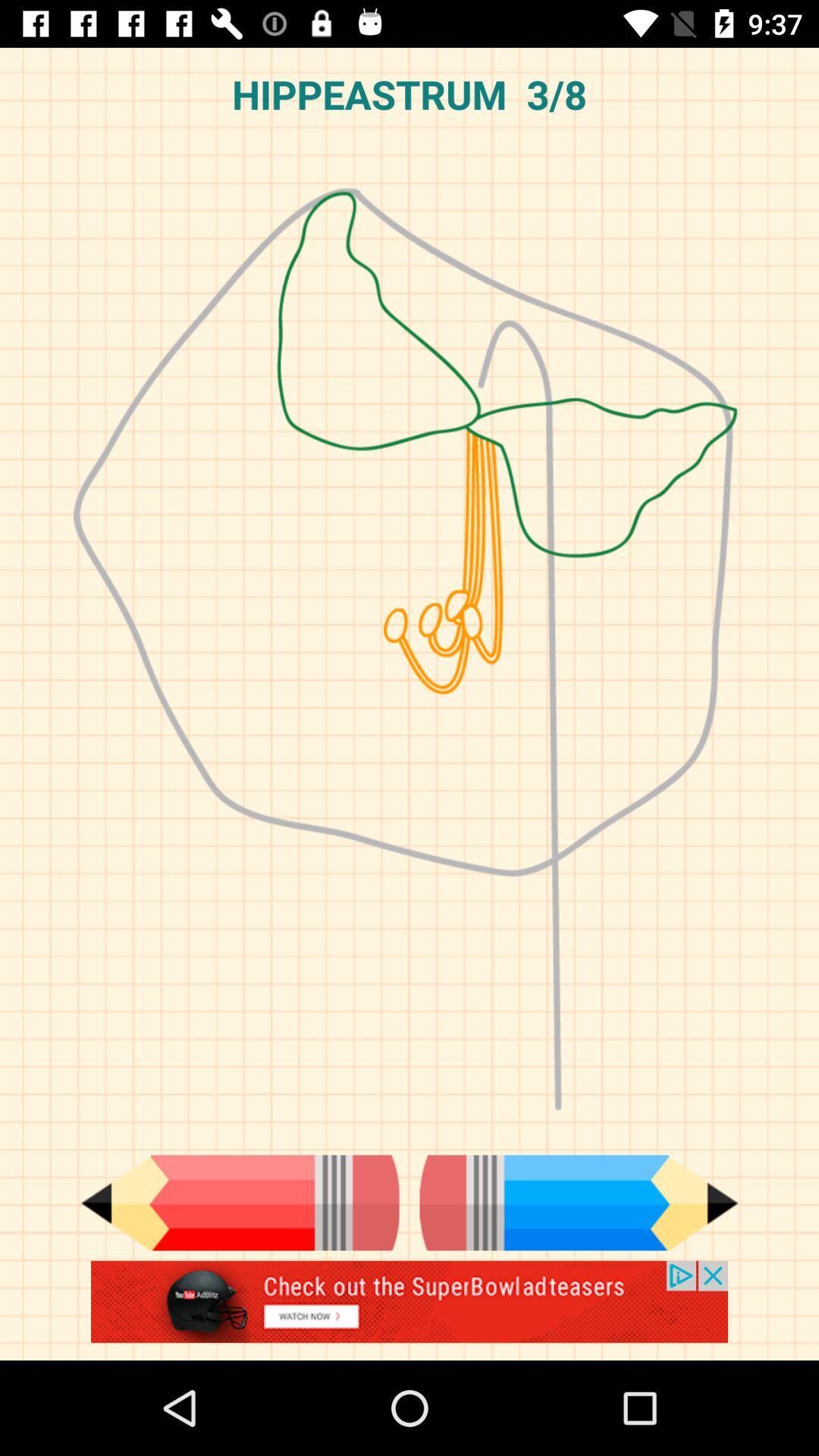  I want to click on go back, so click(239, 1202).